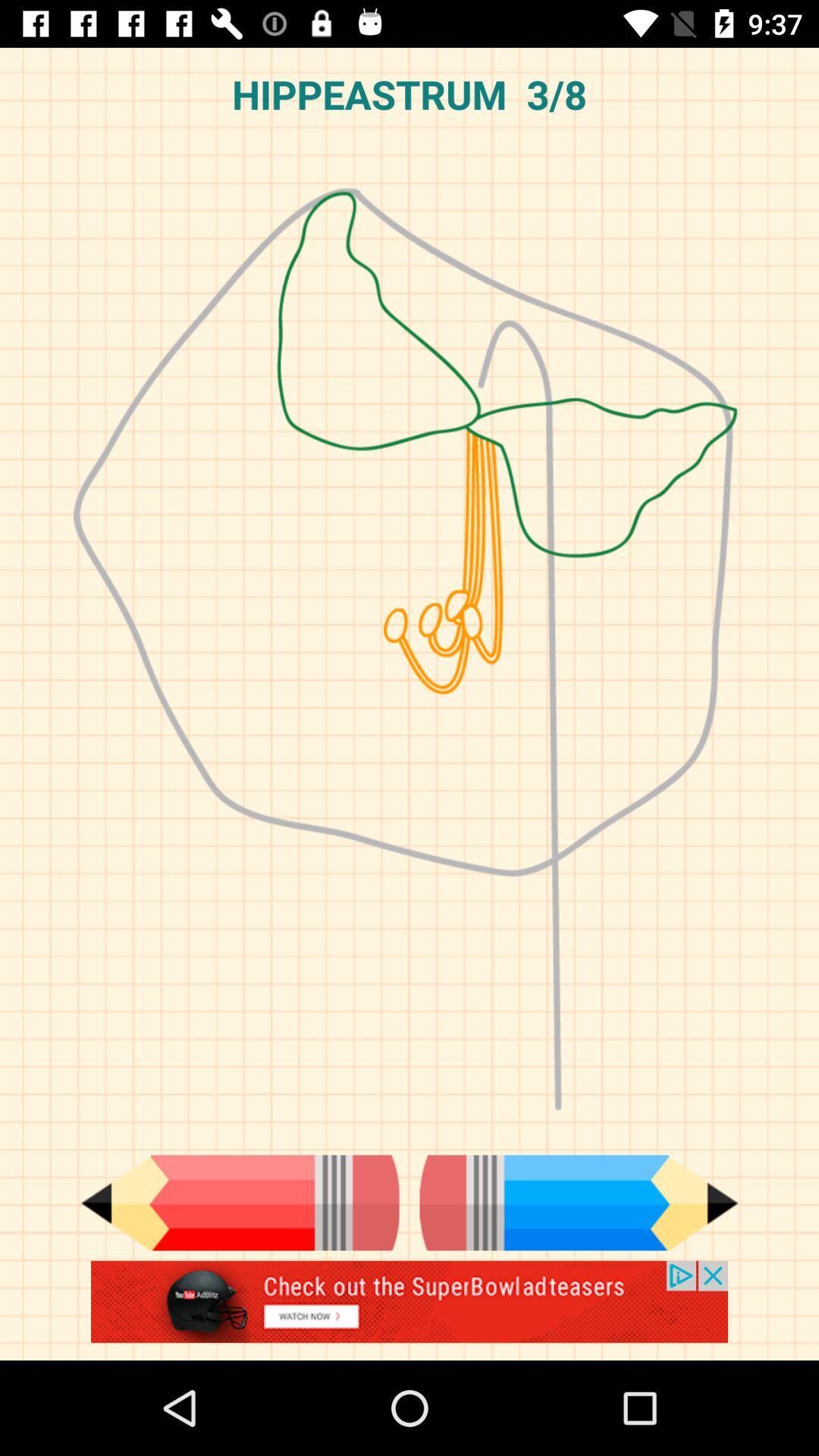  I want to click on go back, so click(239, 1202).